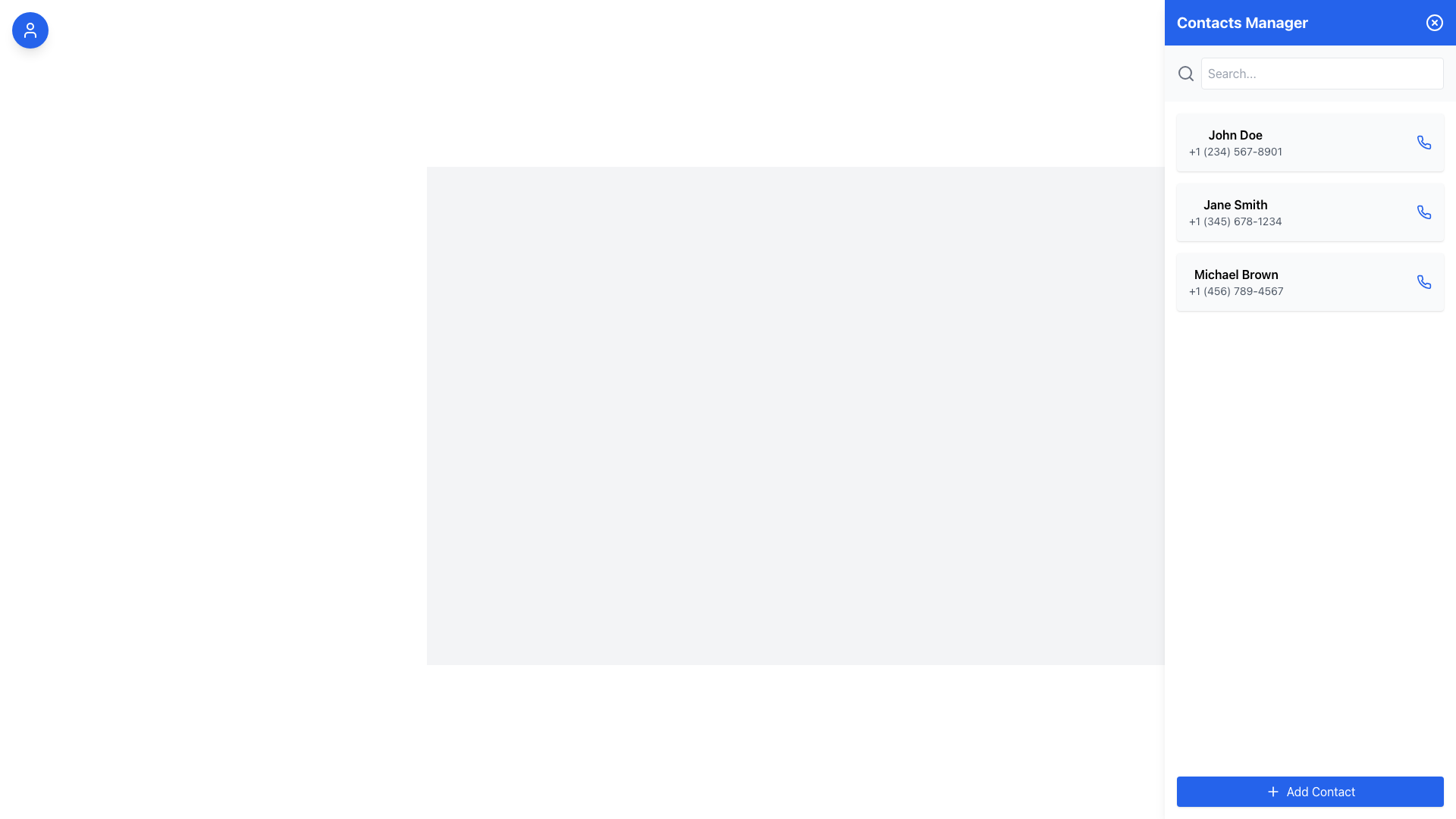 The width and height of the screenshot is (1456, 819). Describe the element at coordinates (1310, 212) in the screenshot. I see `the contact card displaying 'Jane Smith' with the phone number '+1 (345) 678-1234' located in the sidebar` at that location.